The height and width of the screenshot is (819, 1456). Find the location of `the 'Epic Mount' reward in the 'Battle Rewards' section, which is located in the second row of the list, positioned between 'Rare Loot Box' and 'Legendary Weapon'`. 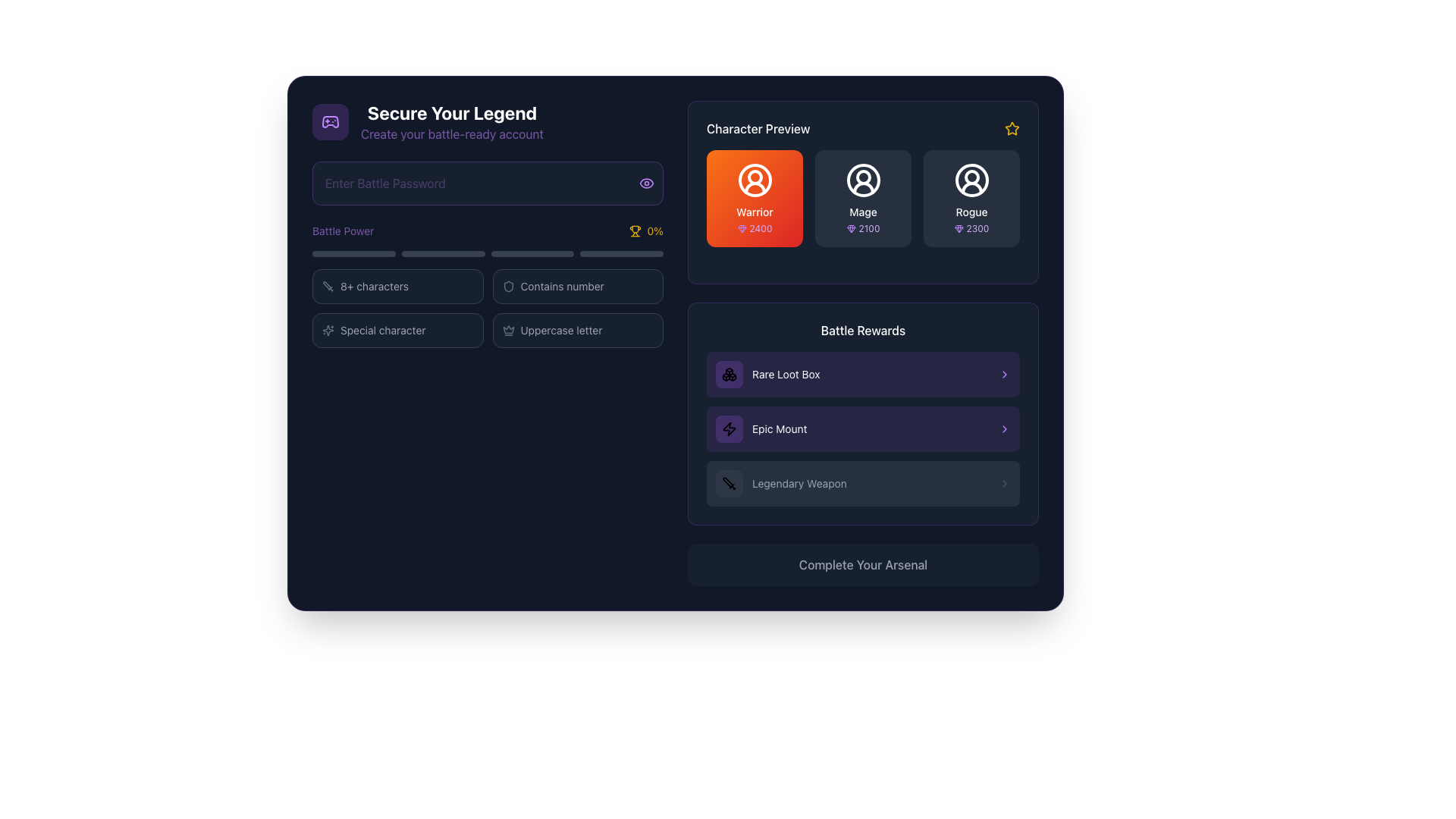

the 'Epic Mount' reward in the 'Battle Rewards' section, which is located in the second row of the list, positioned between 'Rare Loot Box' and 'Legendary Weapon' is located at coordinates (863, 429).